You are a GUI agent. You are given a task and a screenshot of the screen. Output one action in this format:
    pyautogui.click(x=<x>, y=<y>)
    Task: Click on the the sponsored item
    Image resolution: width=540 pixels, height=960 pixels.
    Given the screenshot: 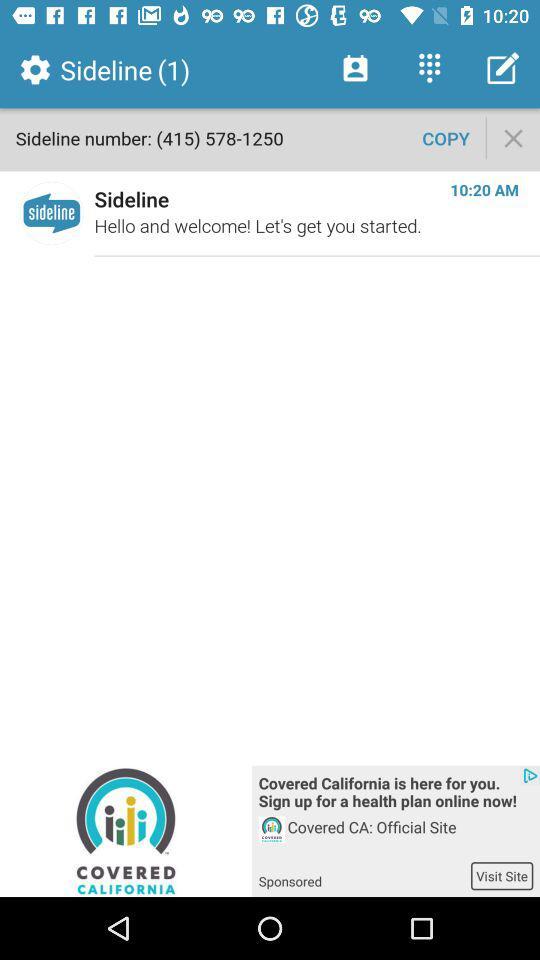 What is the action you would take?
    pyautogui.click(x=363, y=874)
    